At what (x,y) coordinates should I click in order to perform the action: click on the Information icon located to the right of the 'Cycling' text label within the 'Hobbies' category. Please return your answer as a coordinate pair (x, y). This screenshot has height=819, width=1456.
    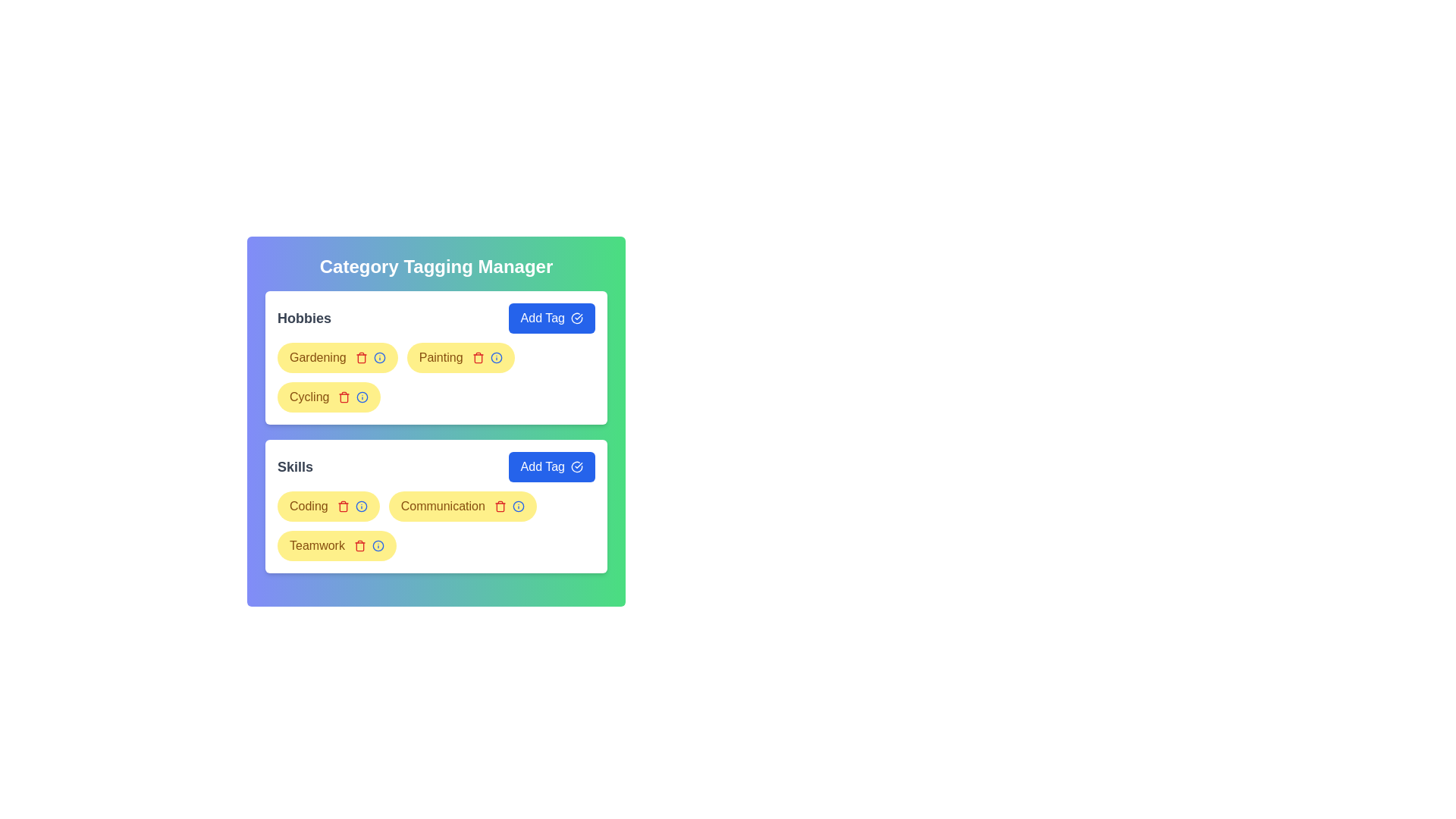
    Looking at the image, I should click on (379, 357).